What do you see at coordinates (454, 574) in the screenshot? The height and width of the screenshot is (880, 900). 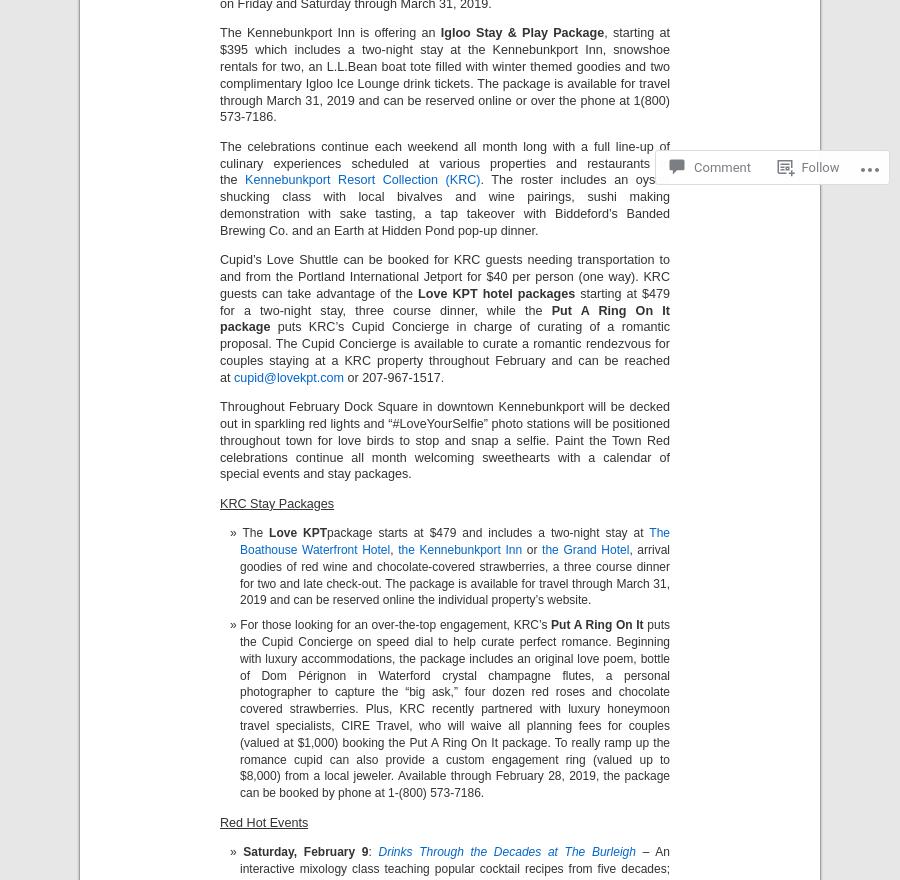 I see `', arrival goodies of red wine and chocolate-covered strawberries, a three course dinner for two and late check-out. The package is available for travel through March 31, 2019 and can be reserved online the individual property’s website.'` at bounding box center [454, 574].